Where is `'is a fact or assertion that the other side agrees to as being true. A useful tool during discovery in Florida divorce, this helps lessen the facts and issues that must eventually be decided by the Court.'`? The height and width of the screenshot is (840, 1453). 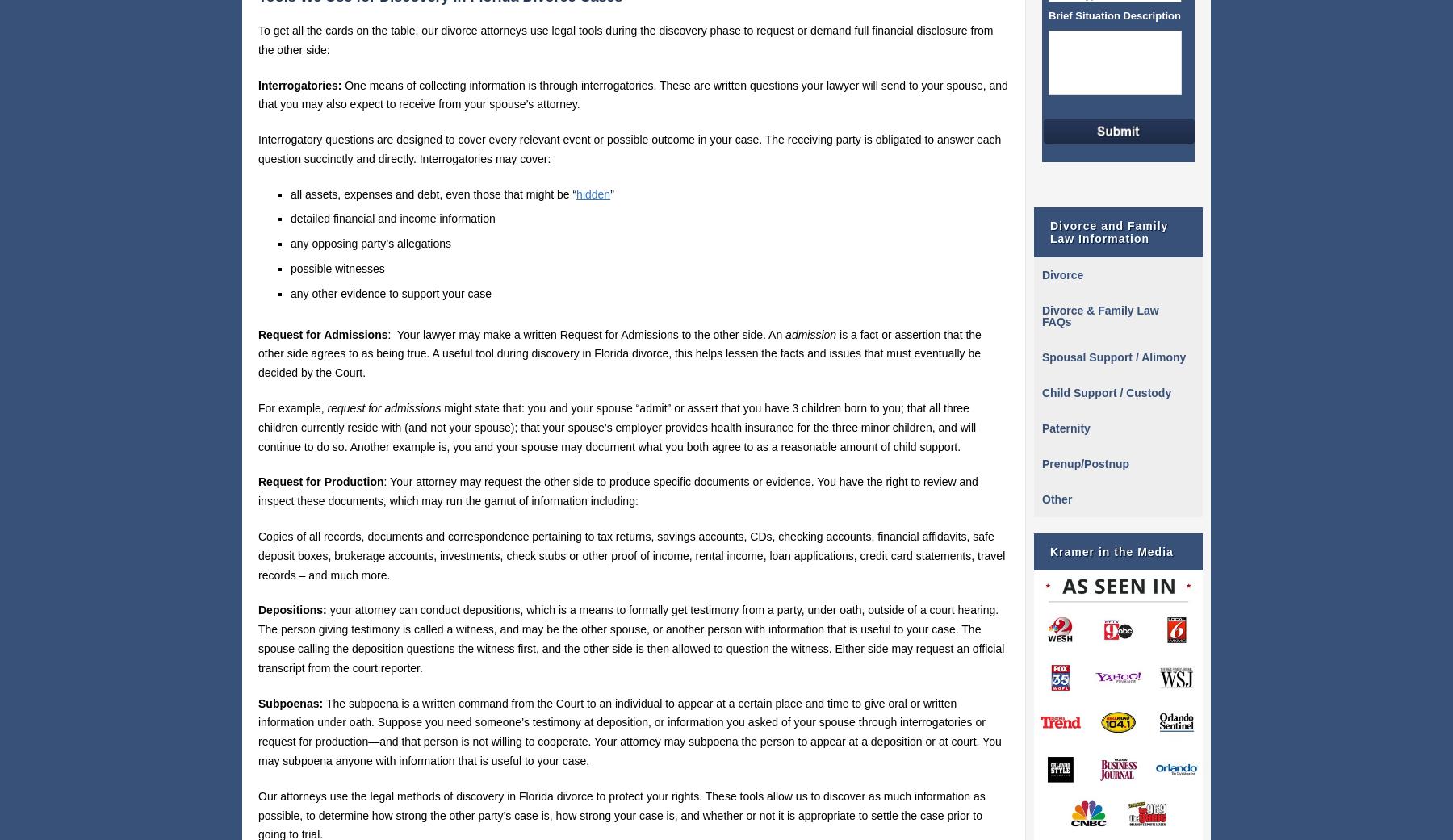
'is a fact or assertion that the other side agrees to as being true. A useful tool during discovery in Florida divorce, this helps lessen the facts and issues that must eventually be decided by the Court.' is located at coordinates (618, 352).